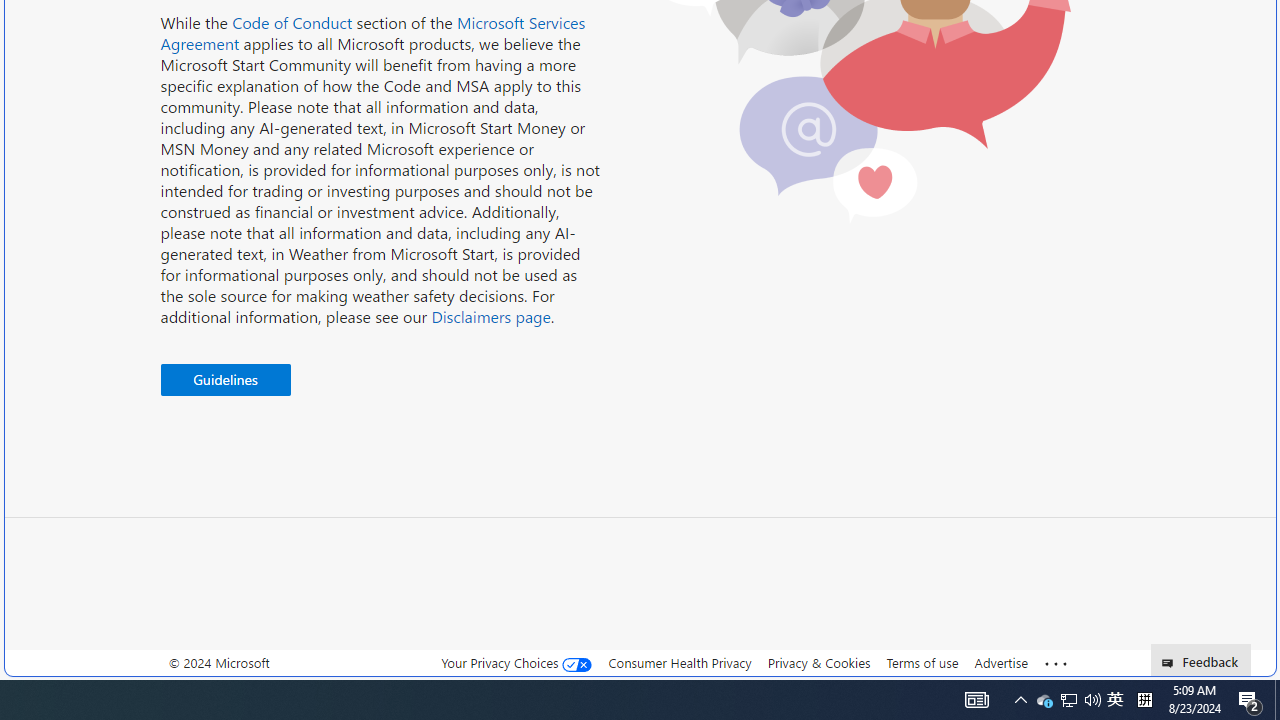 Image resolution: width=1280 pixels, height=720 pixels. What do you see at coordinates (680, 663) in the screenshot?
I see `'Consumer Health Privacy'` at bounding box center [680, 663].